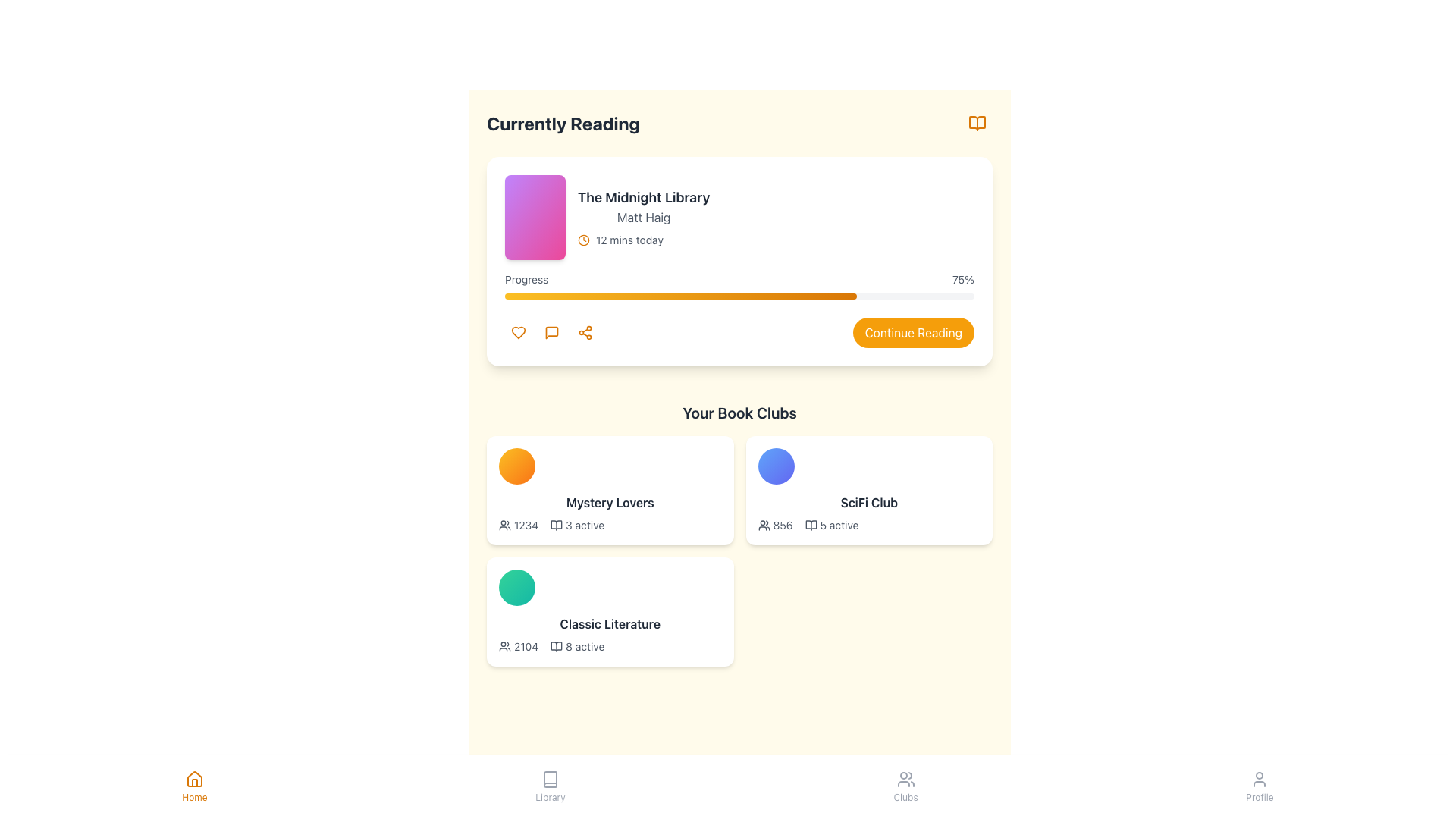 This screenshot has height=819, width=1456. I want to click on the Progress Bar Indicator that visually represents 75% completion in the 'Currently Reading' section, positioned just below the book details and above the control buttons, so click(680, 296).